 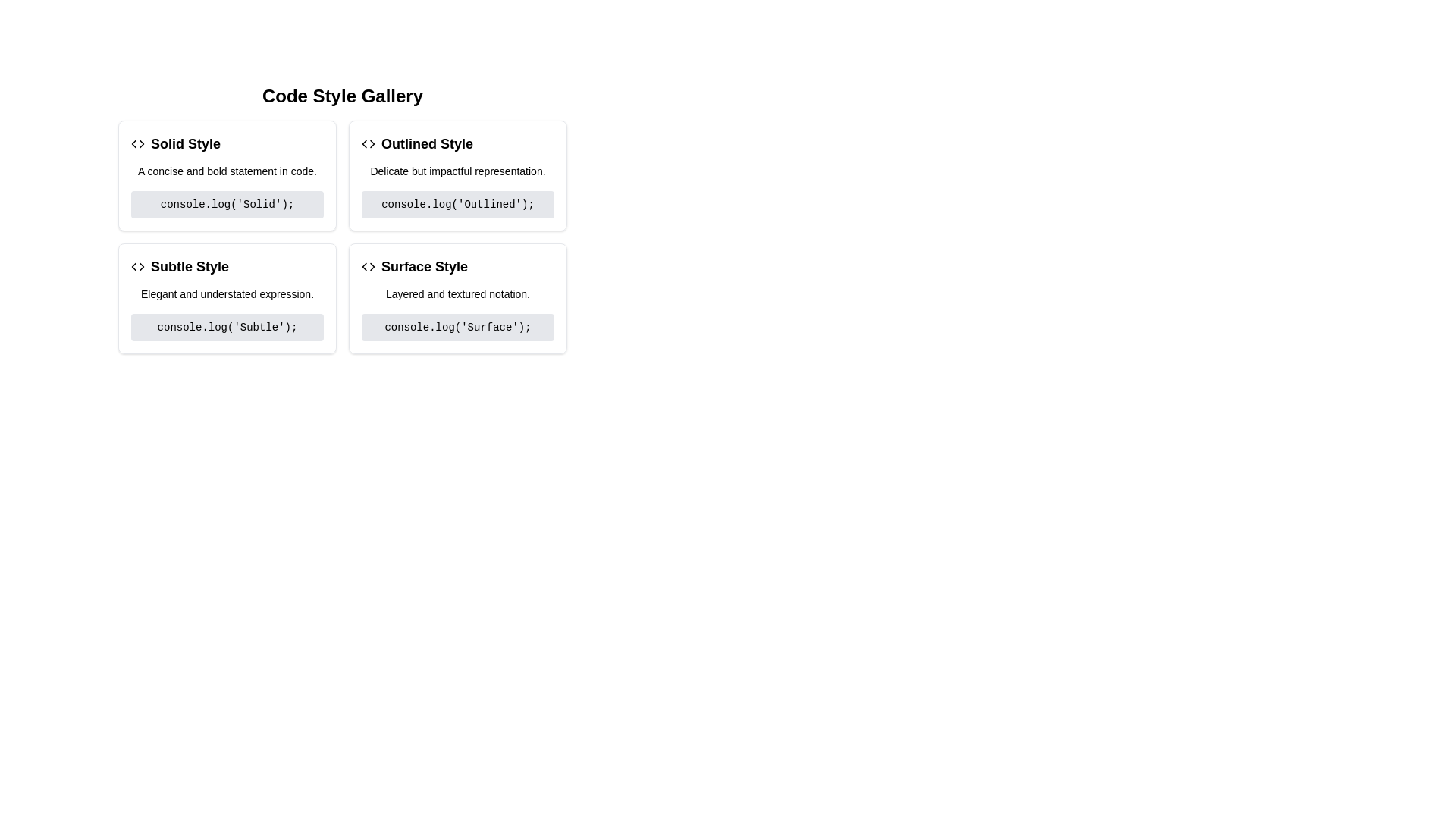 I want to click on the black text reading 'Elegant and understated expression.' located under the 'Subtle Style' section within a bordered card in the 'Code Style Gallery.', so click(x=226, y=294).